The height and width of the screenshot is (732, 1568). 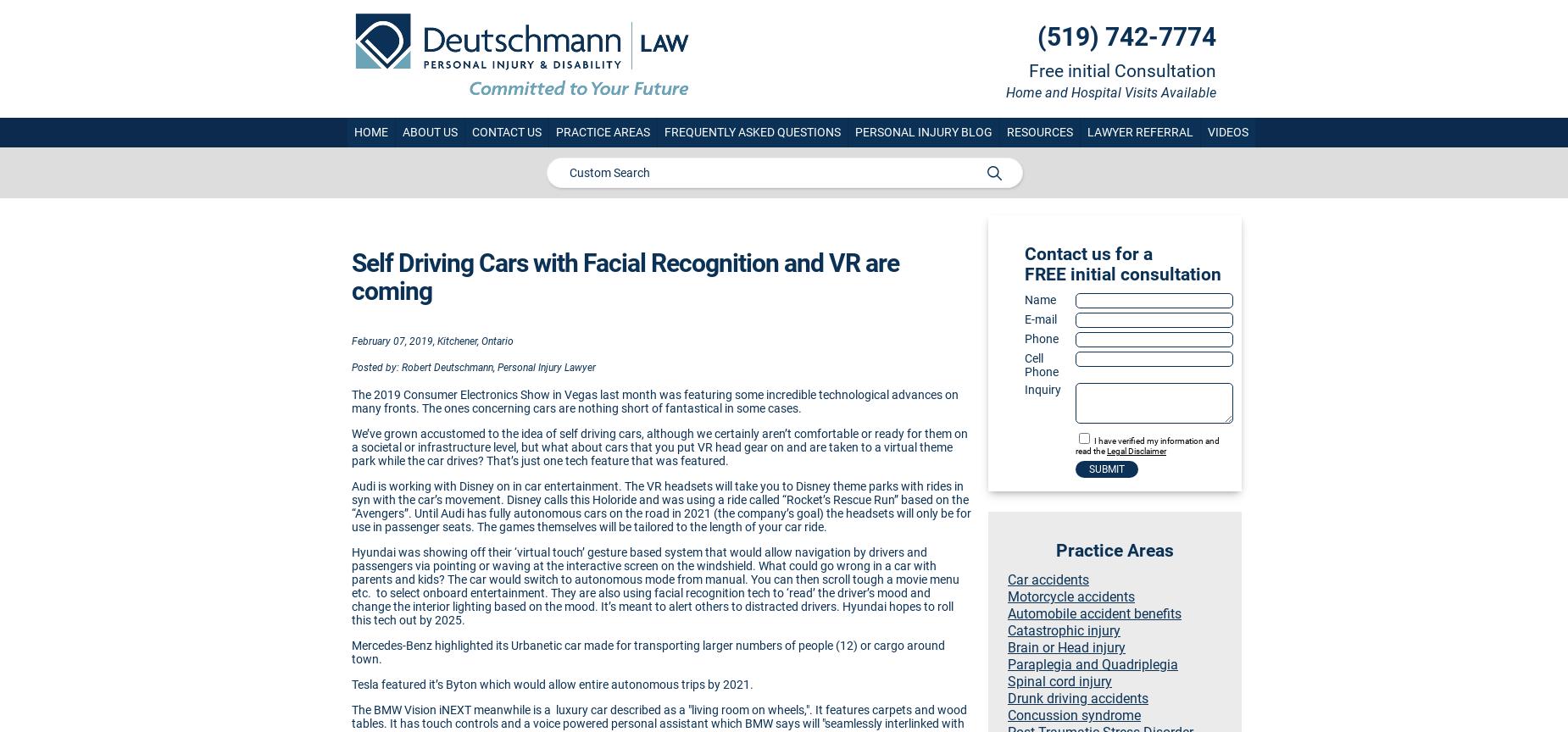 I want to click on 'Home and Hospital Visits Available', so click(x=1109, y=91).